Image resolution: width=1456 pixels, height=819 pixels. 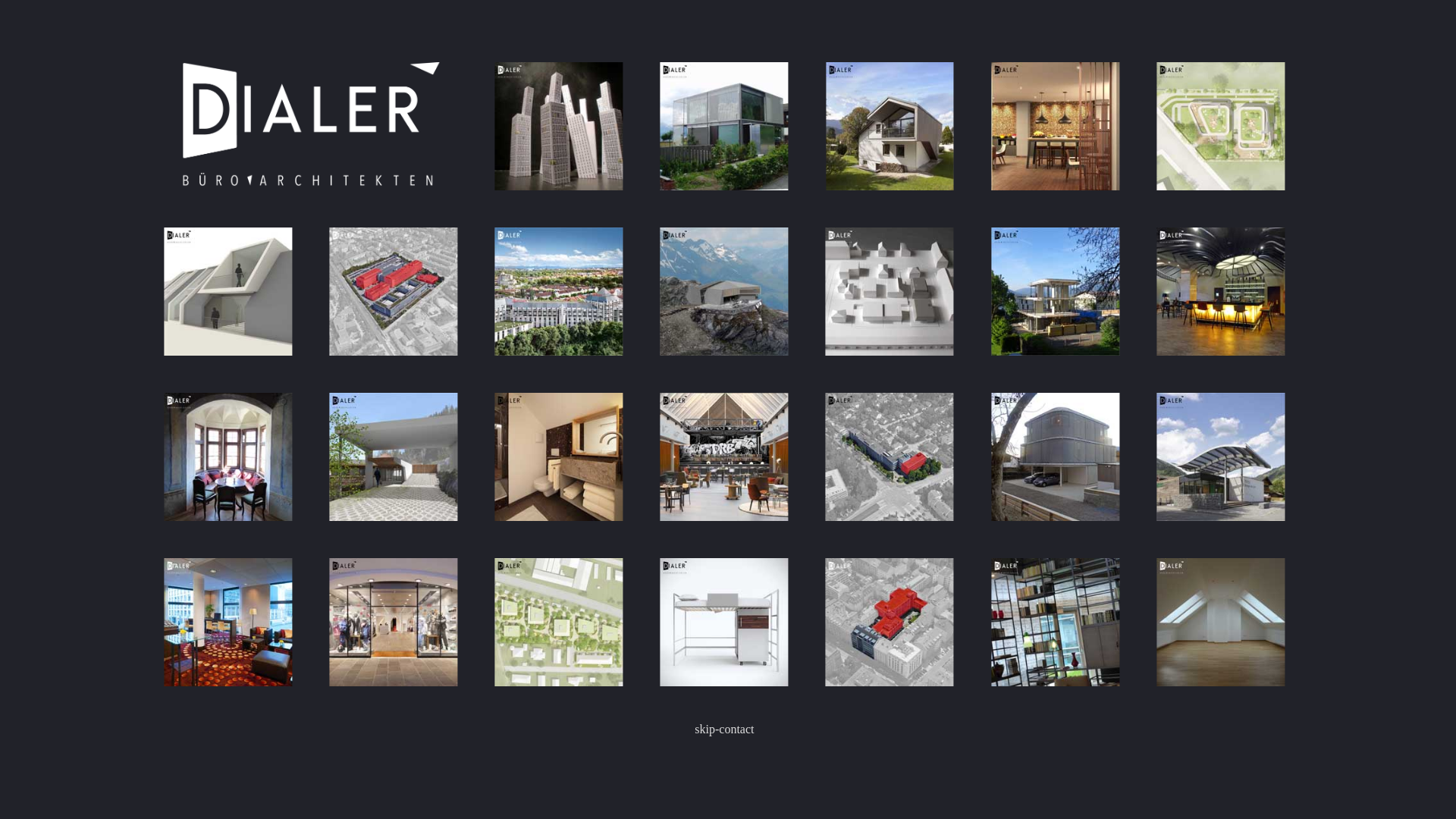 What do you see at coordinates (723, 728) in the screenshot?
I see `'skip-contact'` at bounding box center [723, 728].